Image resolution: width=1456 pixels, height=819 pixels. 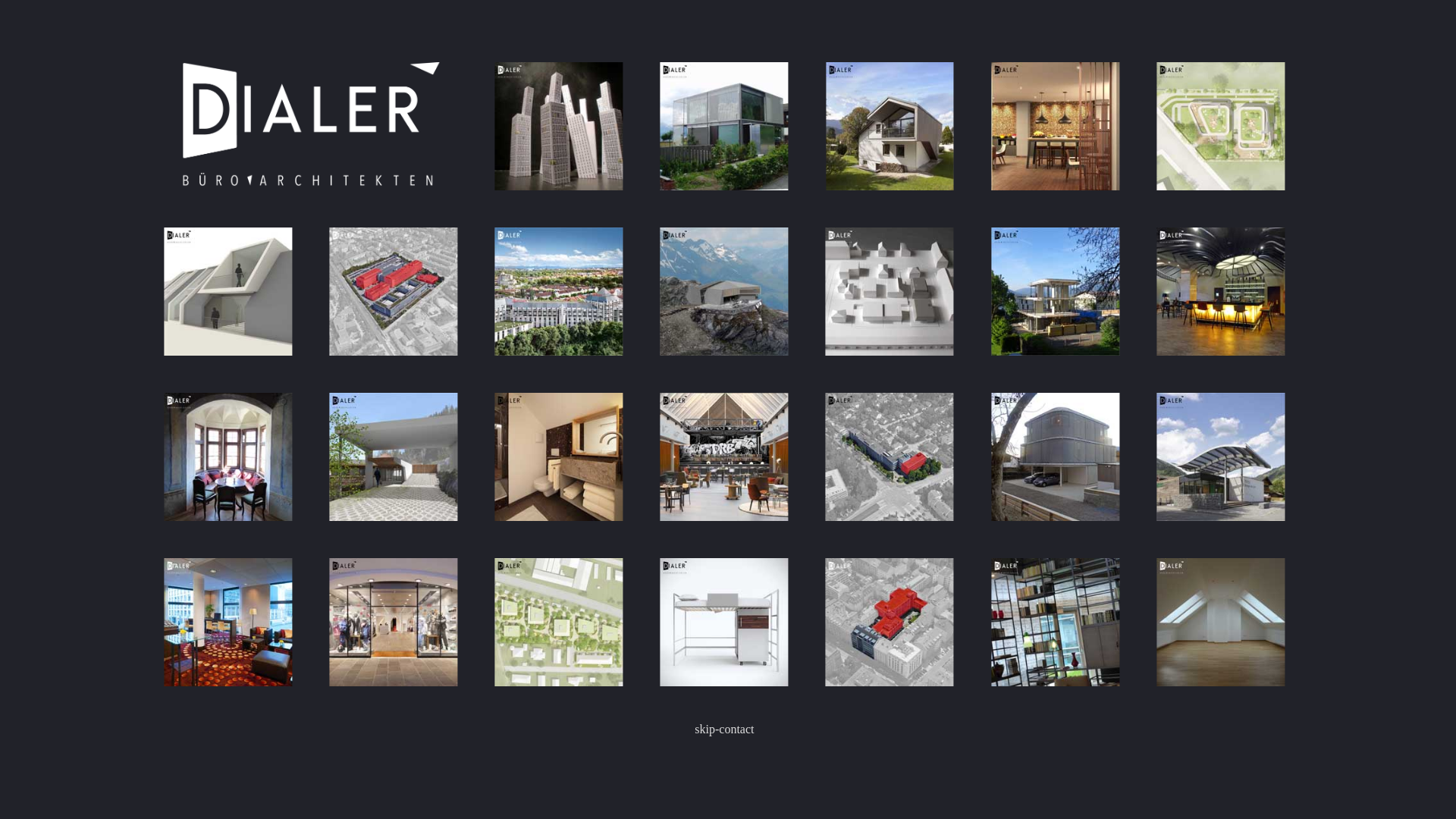 What do you see at coordinates (723, 728) in the screenshot?
I see `'skip-contact'` at bounding box center [723, 728].